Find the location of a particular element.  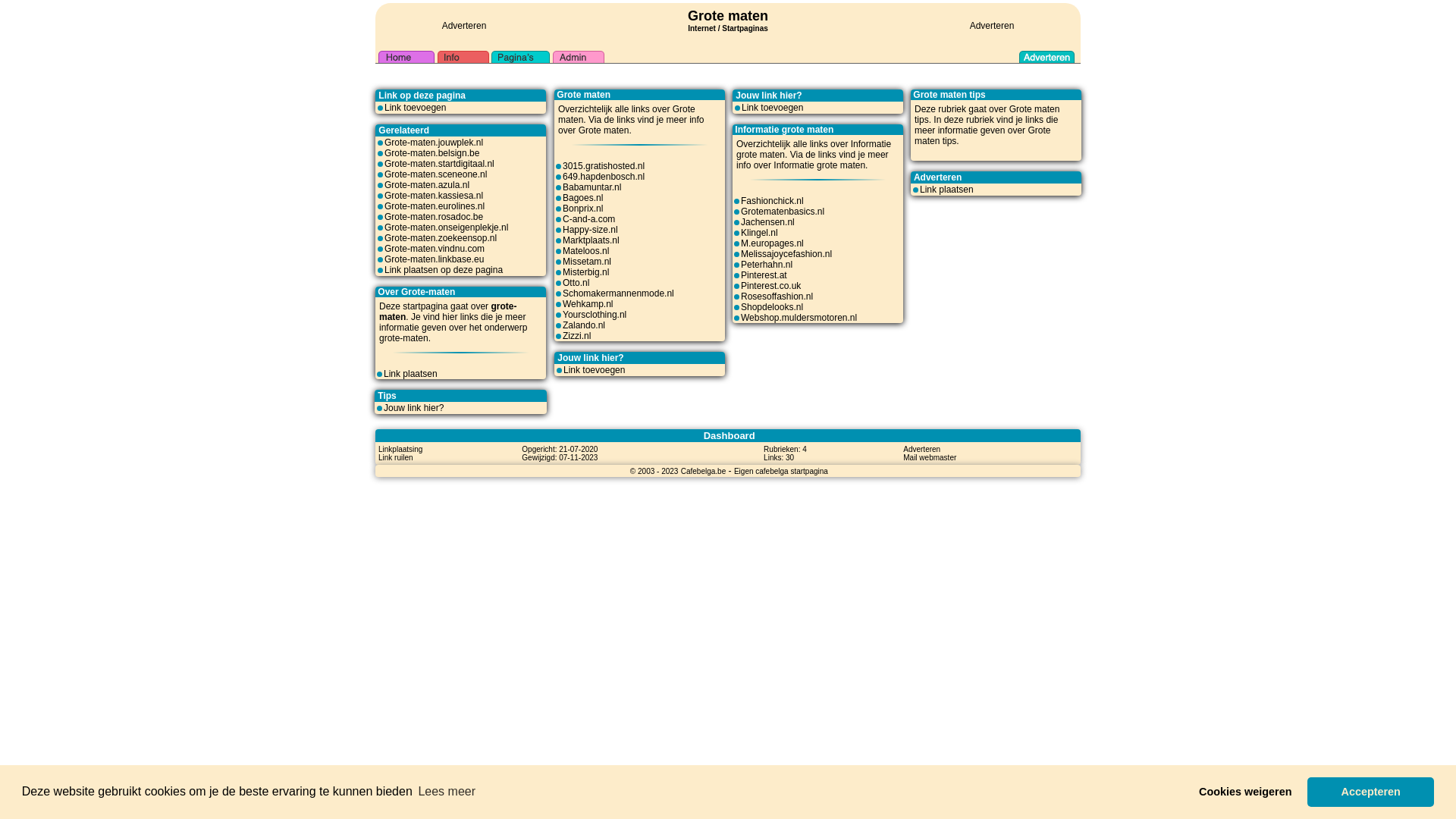

'Adverteren' is located at coordinates (992, 26).